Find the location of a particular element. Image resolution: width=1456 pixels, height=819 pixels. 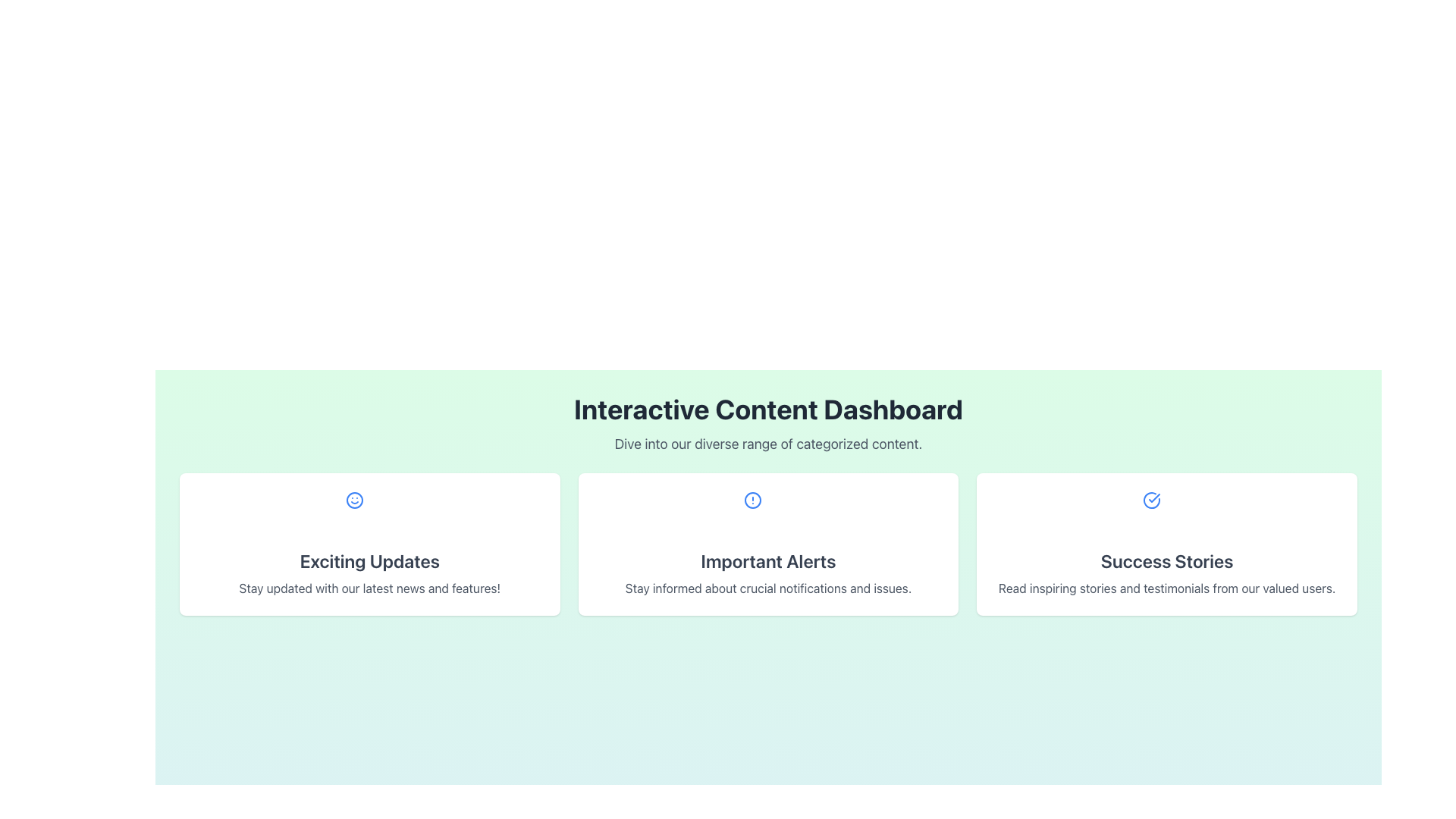

large, bold text label that says 'Interactive Content Dashboard', which is prominently displayed at the top of the content area against a light green background is located at coordinates (768, 409).